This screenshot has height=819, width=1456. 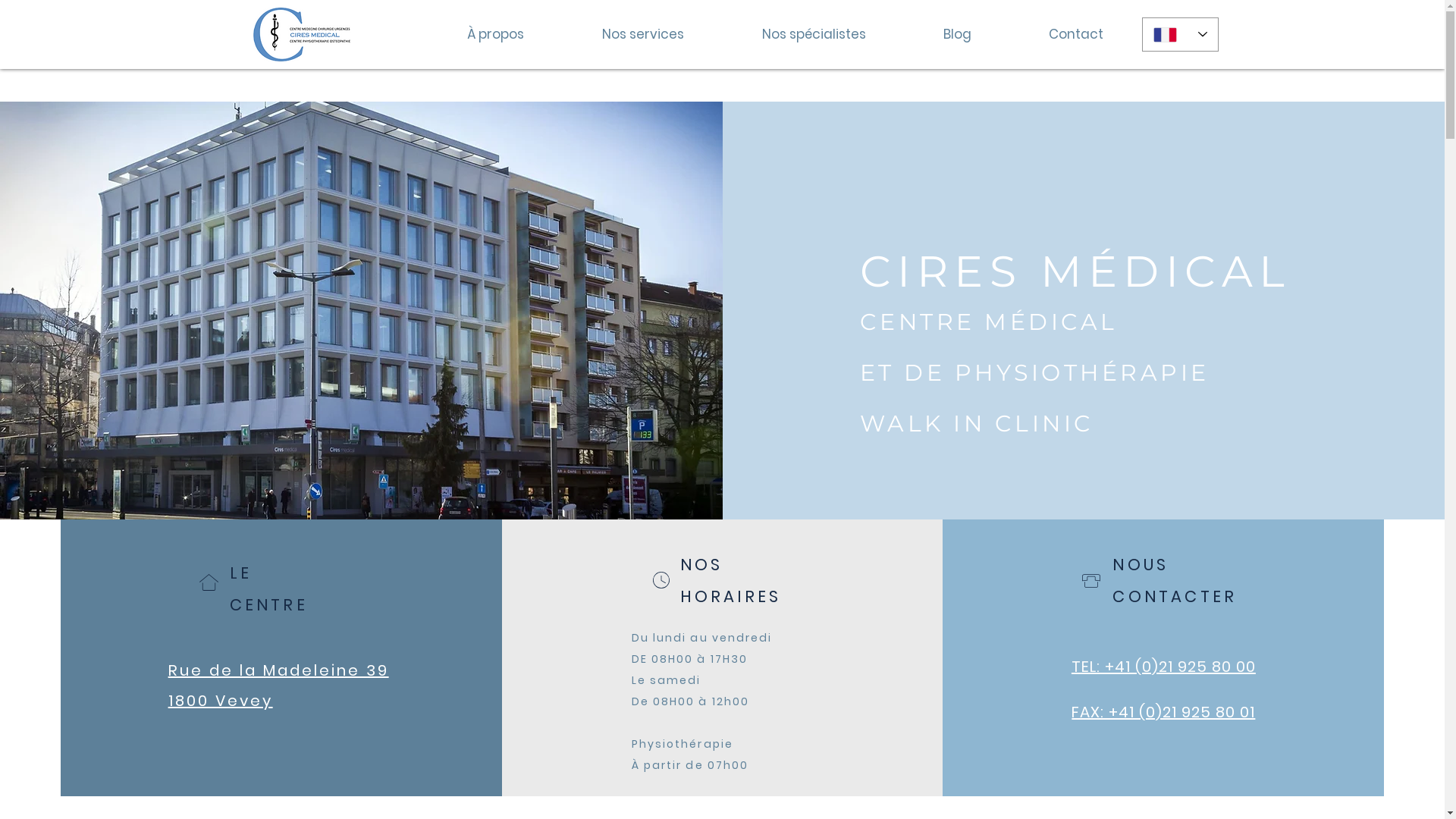 What do you see at coordinates (1163, 666) in the screenshot?
I see `'TEL: +41 (0)21 925 80 00'` at bounding box center [1163, 666].